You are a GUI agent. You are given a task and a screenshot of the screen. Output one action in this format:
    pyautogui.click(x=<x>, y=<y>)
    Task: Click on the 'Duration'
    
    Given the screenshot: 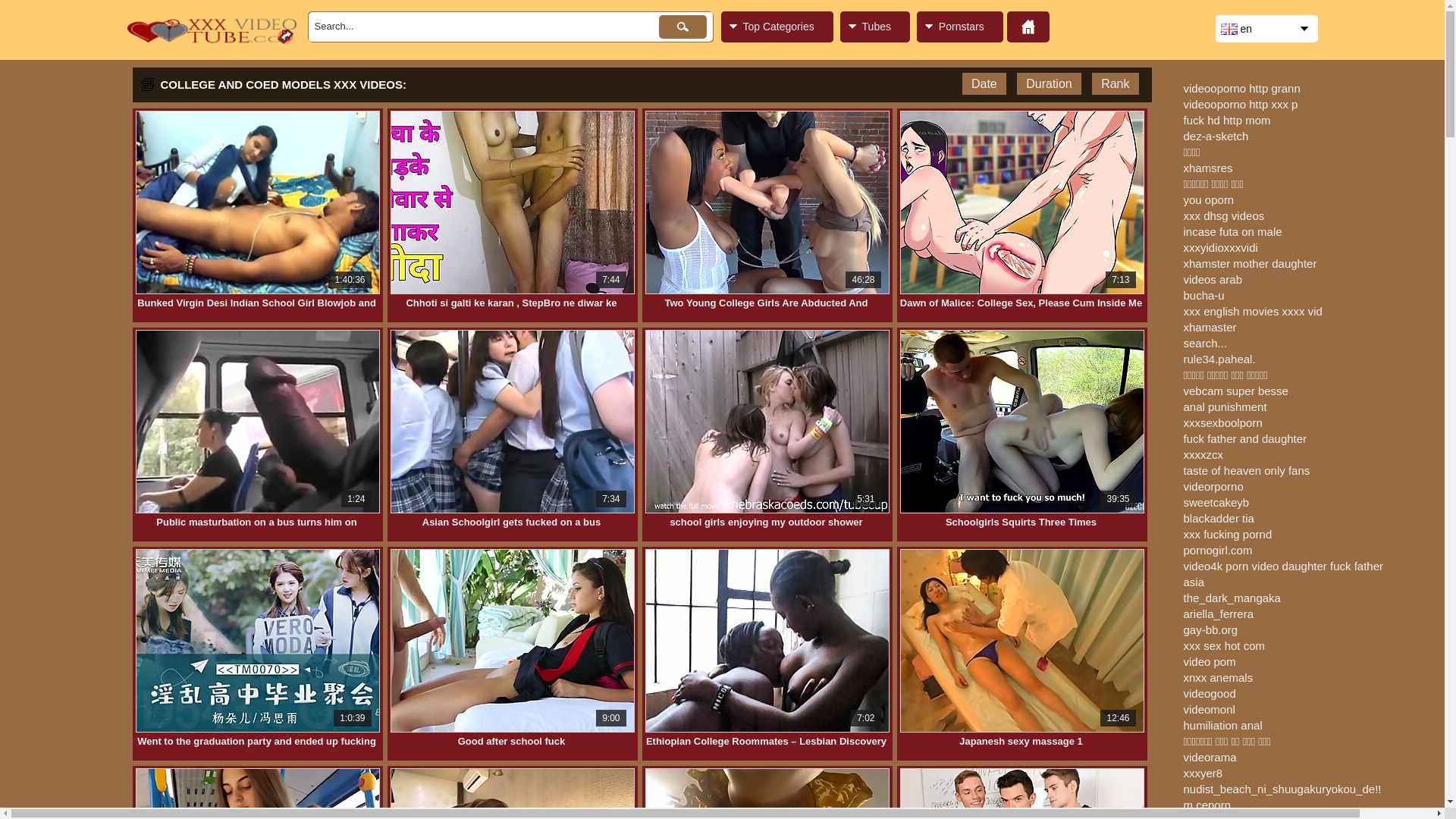 What is the action you would take?
    pyautogui.click(x=1047, y=83)
    